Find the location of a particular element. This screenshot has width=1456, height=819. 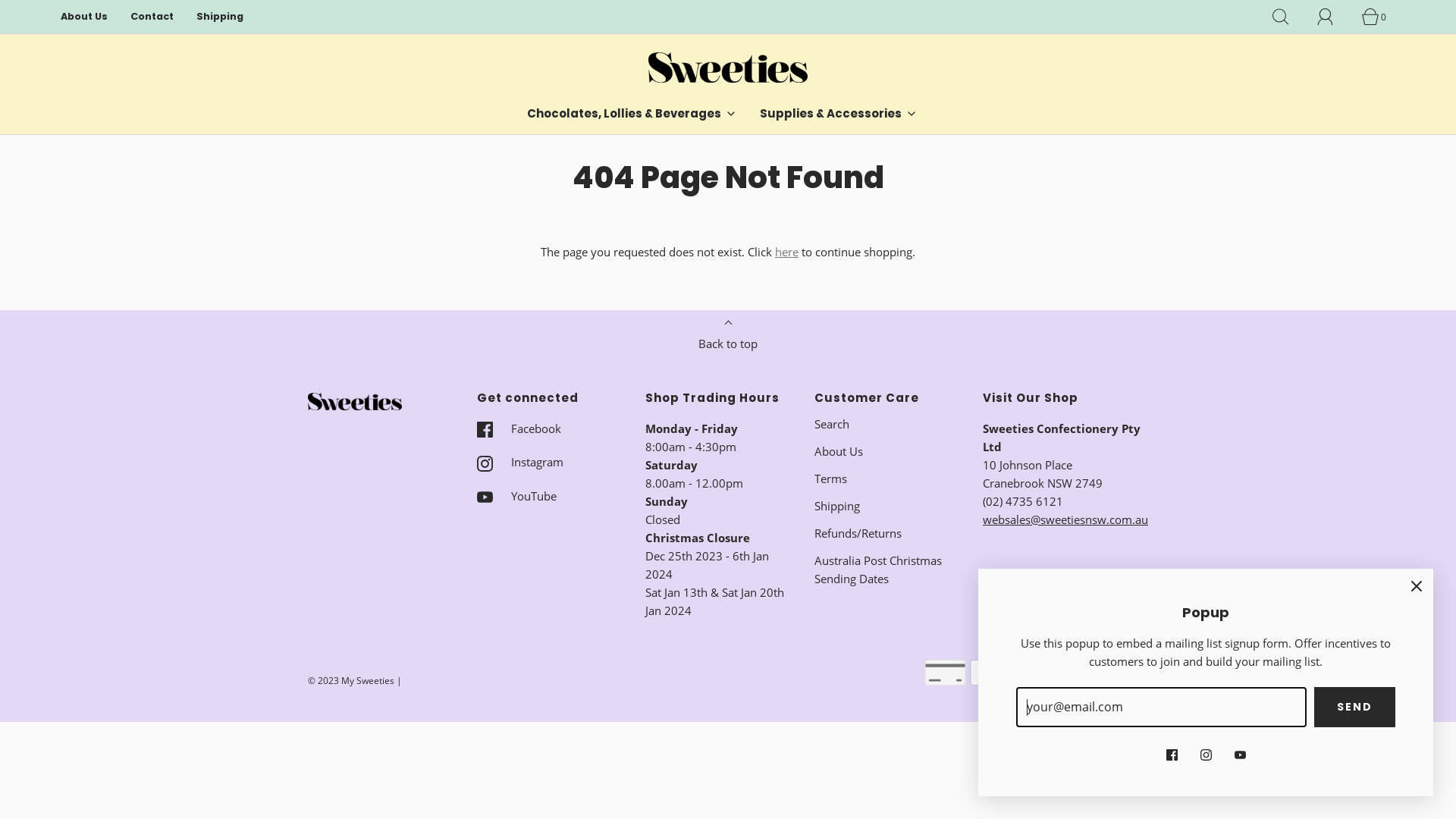

'Log in' is located at coordinates (1316, 17).